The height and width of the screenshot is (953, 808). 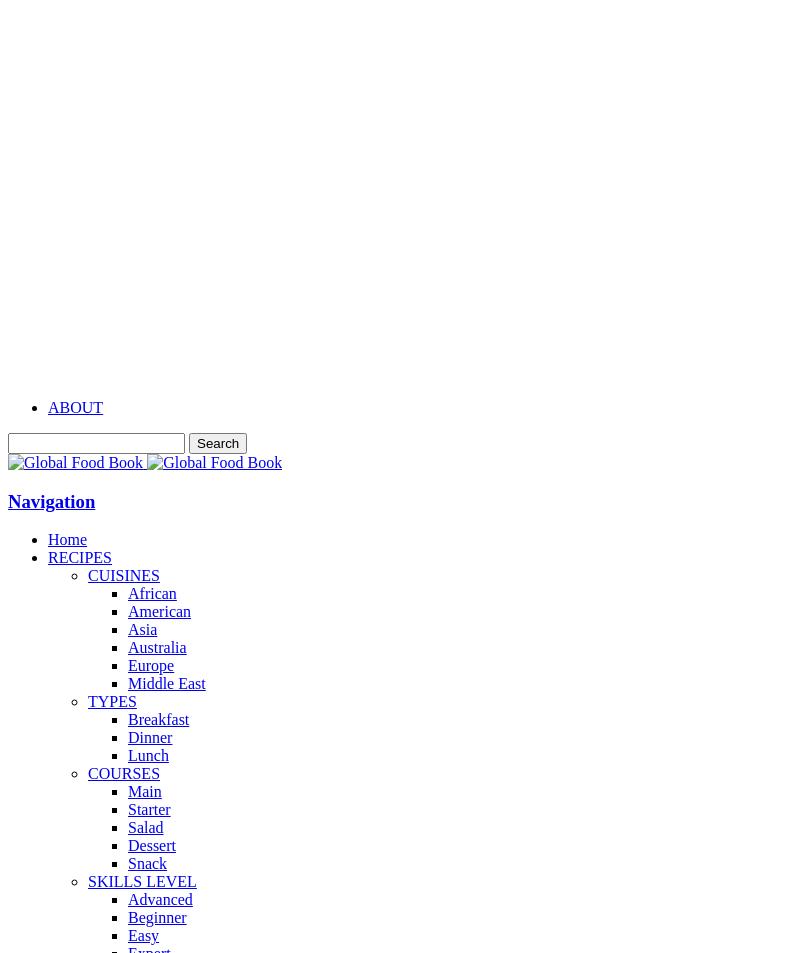 What do you see at coordinates (165, 683) in the screenshot?
I see `'Middle East'` at bounding box center [165, 683].